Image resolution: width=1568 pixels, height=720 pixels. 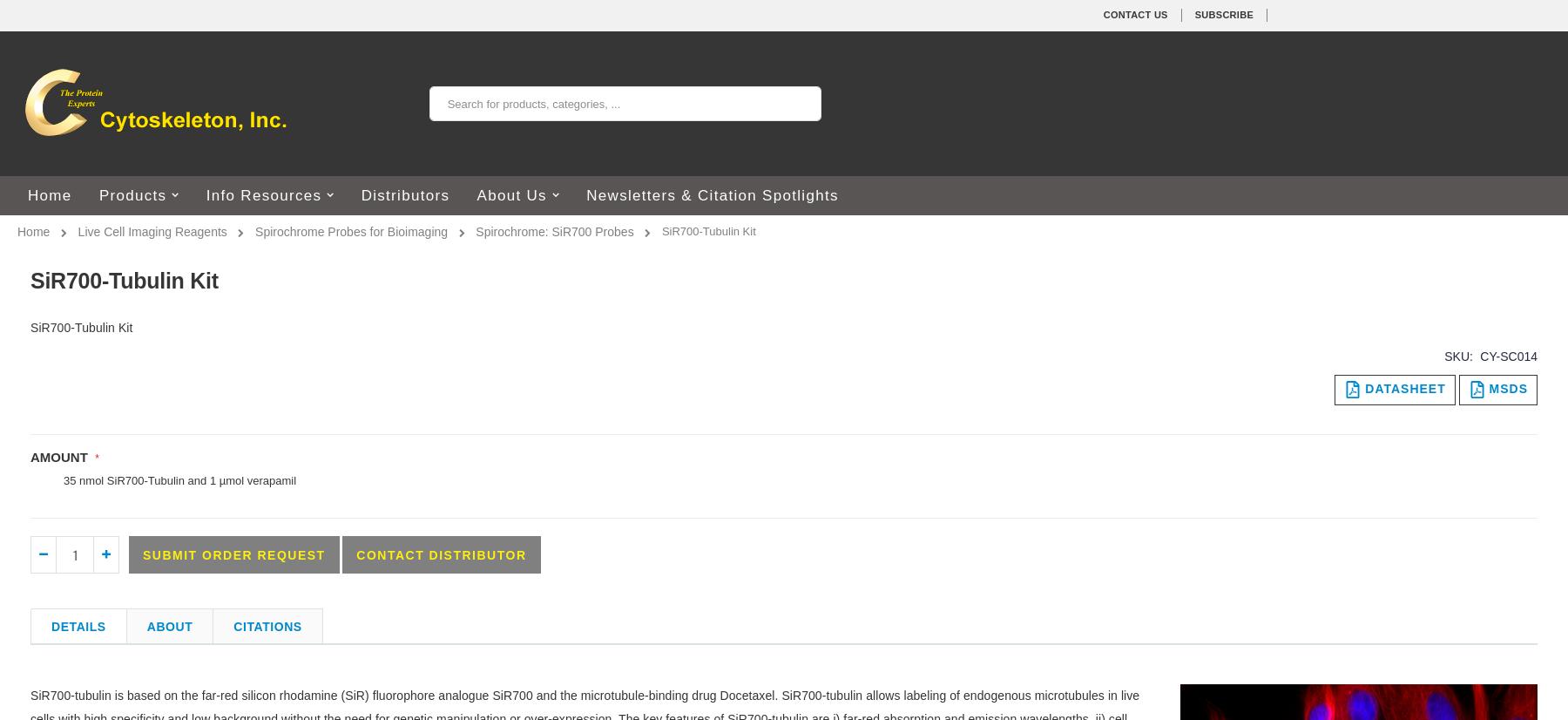 I want to click on 'Contact Distributor', so click(x=355, y=554).